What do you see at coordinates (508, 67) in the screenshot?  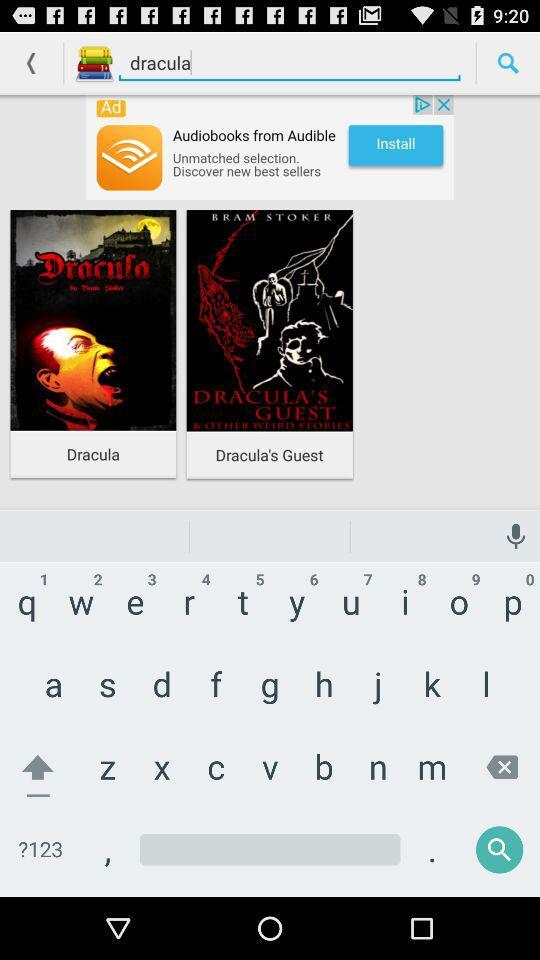 I see `the search icon` at bounding box center [508, 67].